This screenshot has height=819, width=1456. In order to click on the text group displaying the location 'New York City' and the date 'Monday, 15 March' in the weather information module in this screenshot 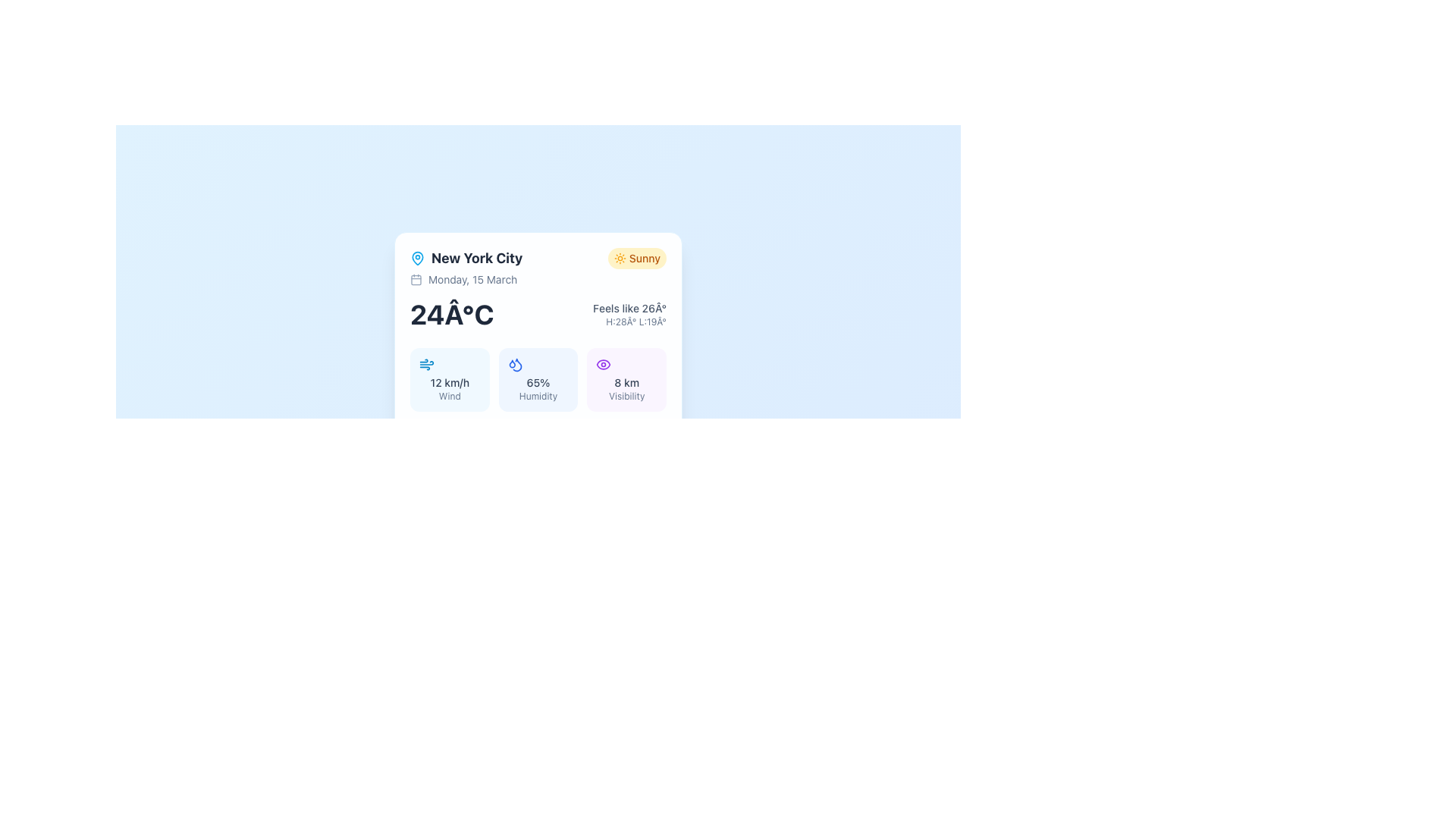, I will do `click(466, 267)`.